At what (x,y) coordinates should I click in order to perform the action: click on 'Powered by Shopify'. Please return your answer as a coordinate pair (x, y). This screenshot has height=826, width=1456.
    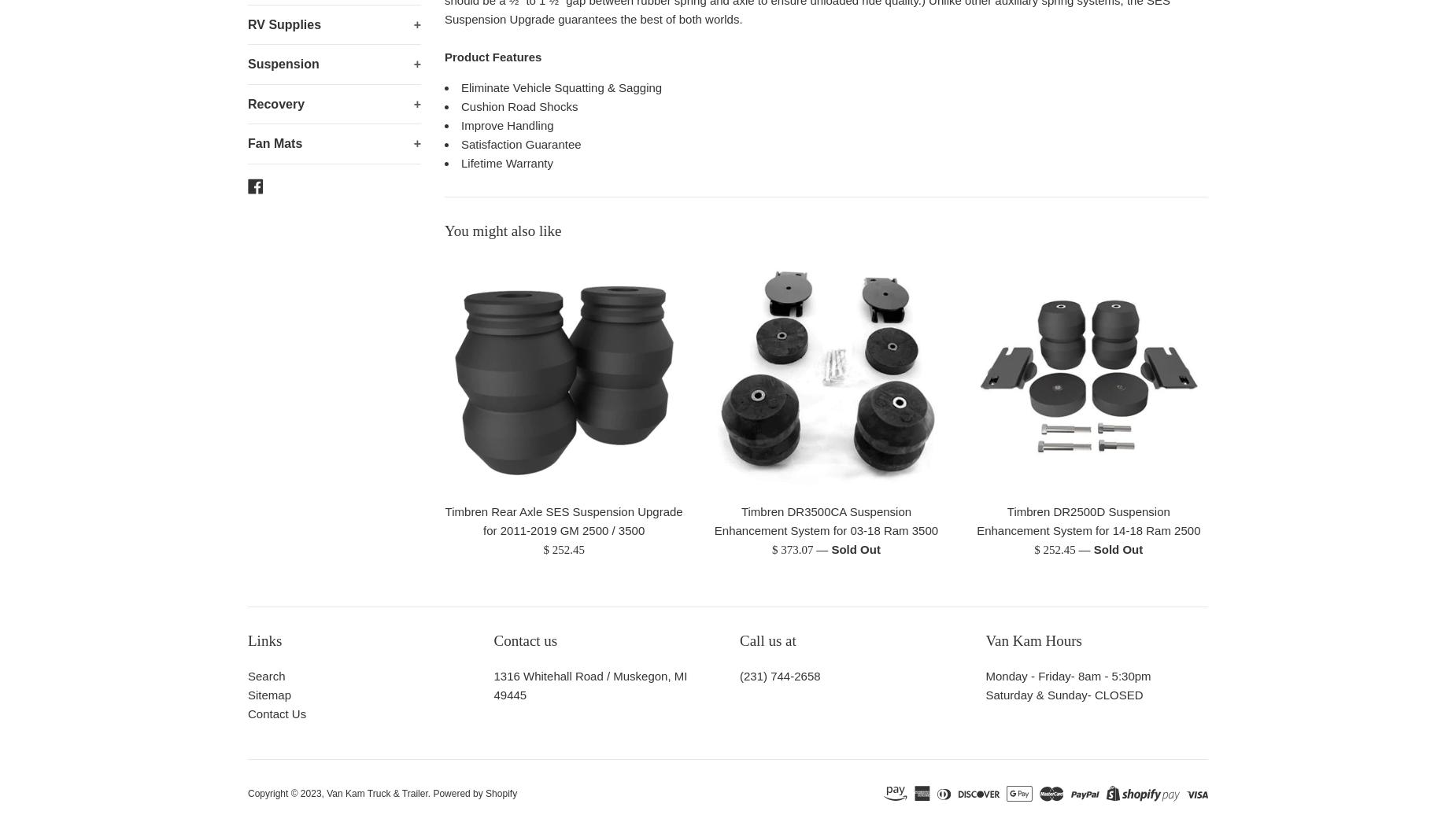
    Looking at the image, I should click on (475, 794).